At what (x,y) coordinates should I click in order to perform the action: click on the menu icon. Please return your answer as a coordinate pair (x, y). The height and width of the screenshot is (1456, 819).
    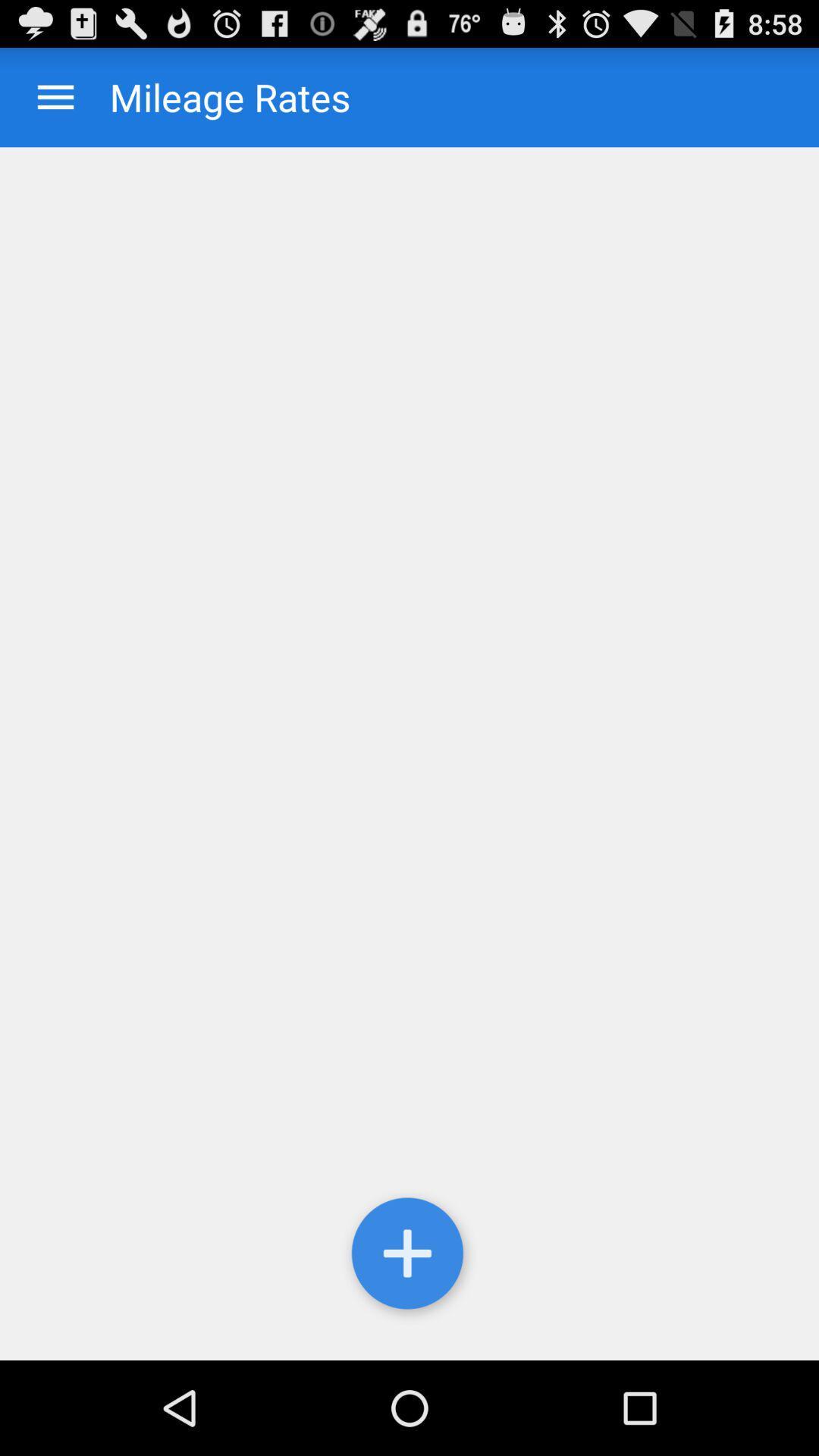
    Looking at the image, I should click on (55, 103).